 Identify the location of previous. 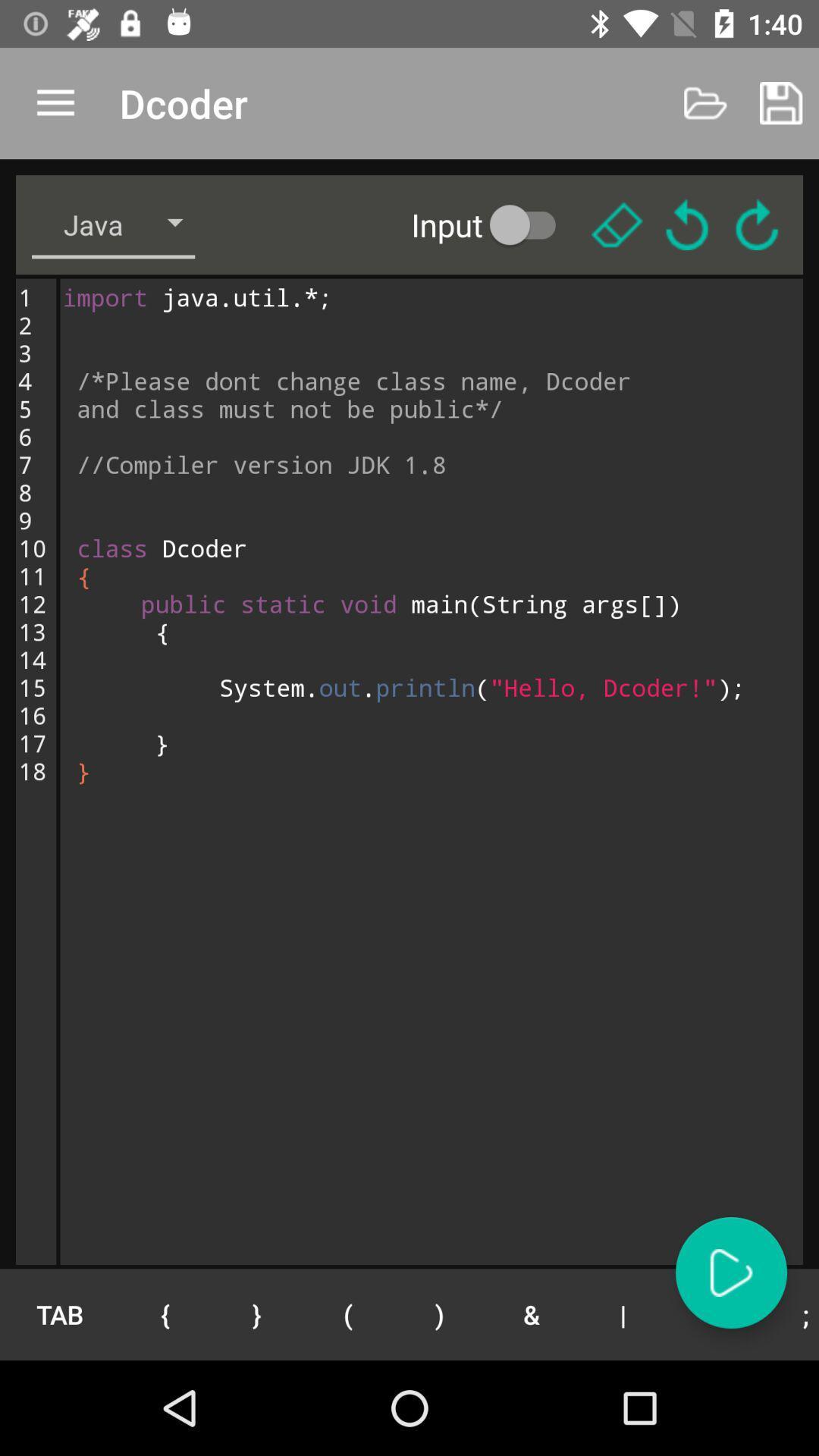
(687, 224).